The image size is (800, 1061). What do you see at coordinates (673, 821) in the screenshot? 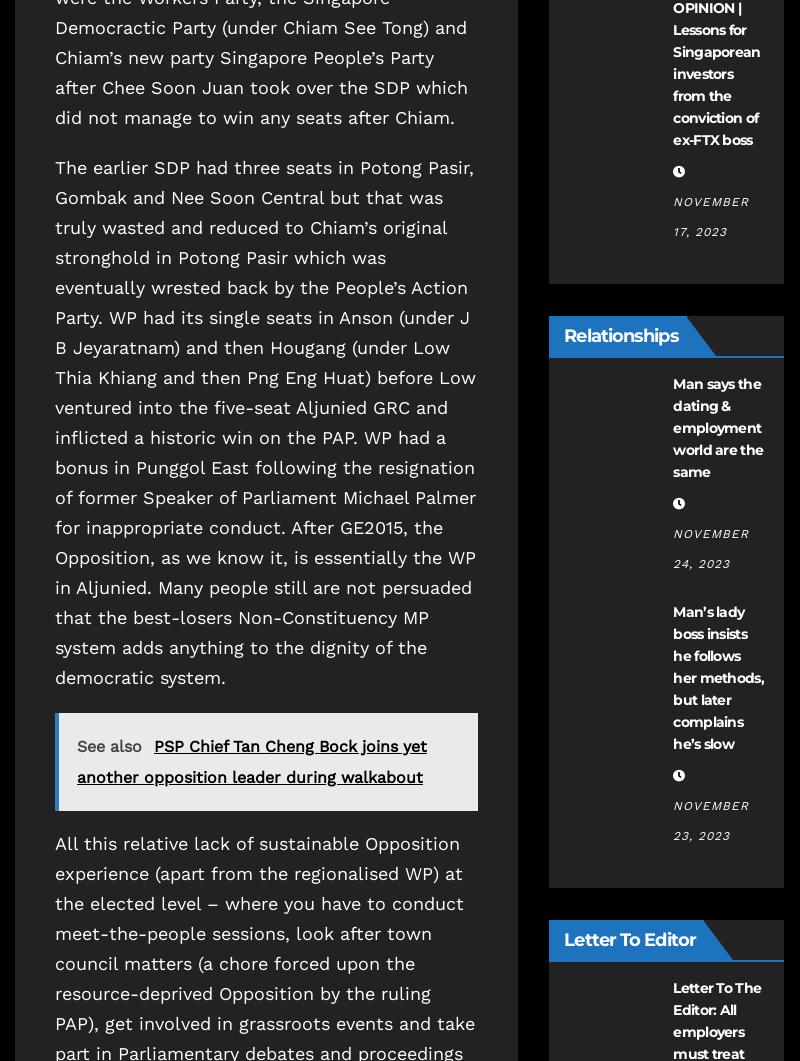
I see `'November 23, 2023'` at bounding box center [673, 821].